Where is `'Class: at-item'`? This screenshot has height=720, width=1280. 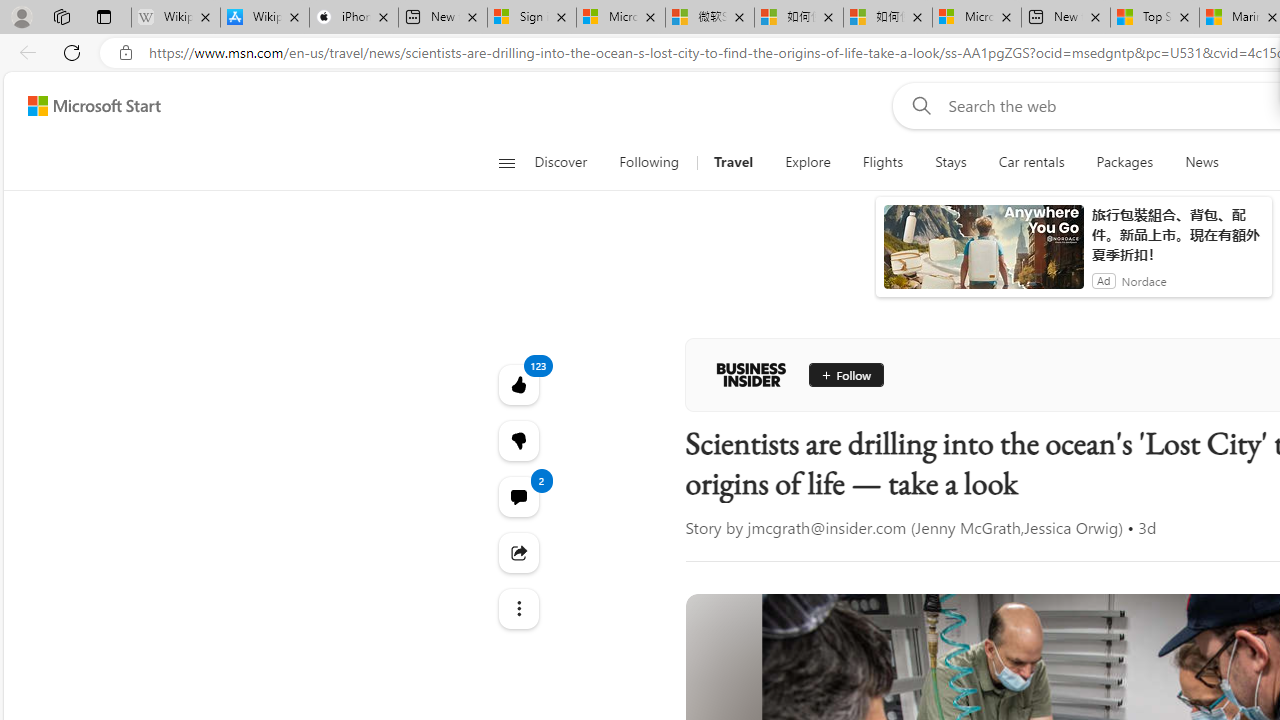 'Class: at-item' is located at coordinates (518, 608).